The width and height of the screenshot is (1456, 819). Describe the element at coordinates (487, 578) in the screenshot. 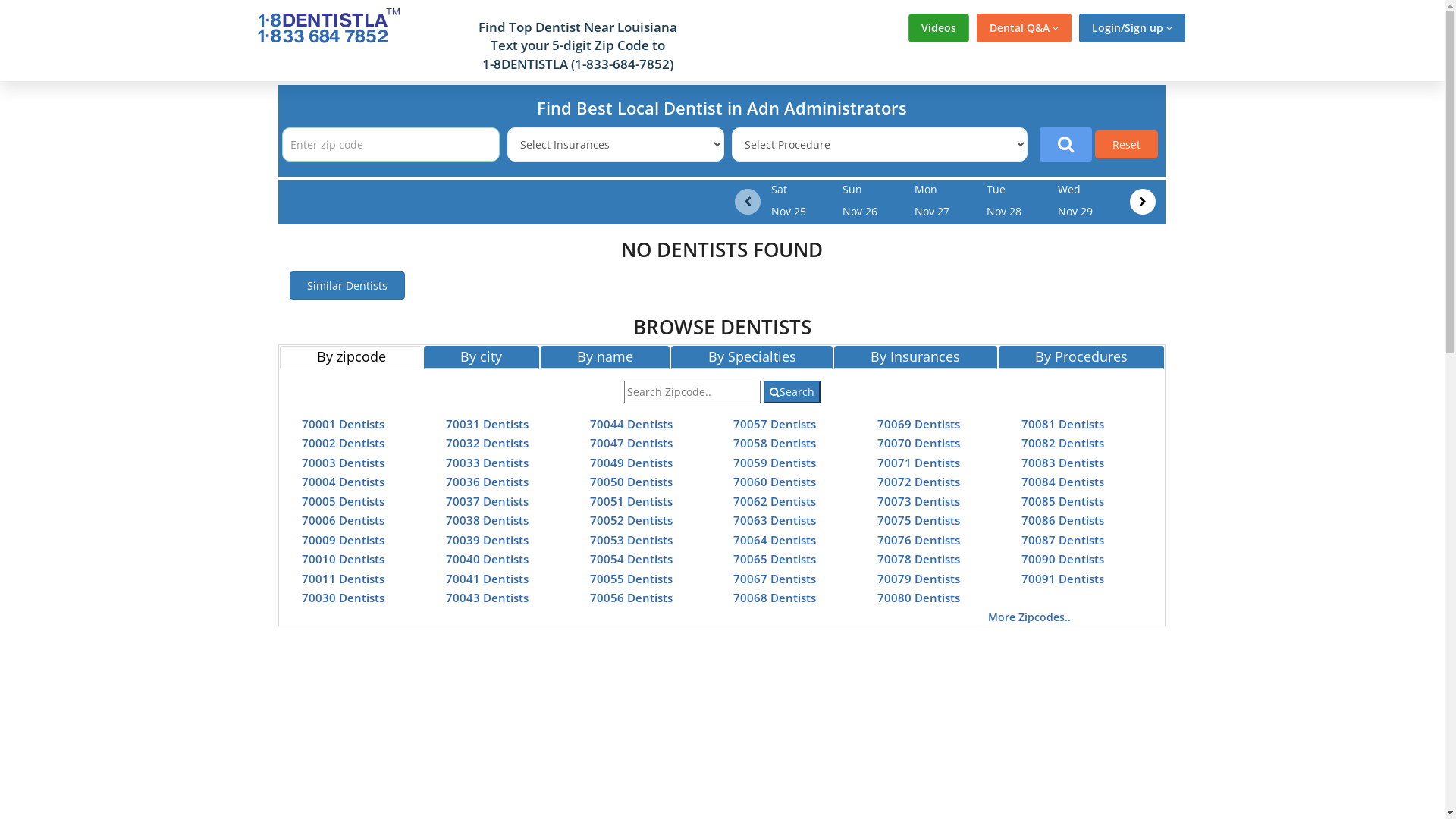

I see `'70041 Dentists'` at that location.